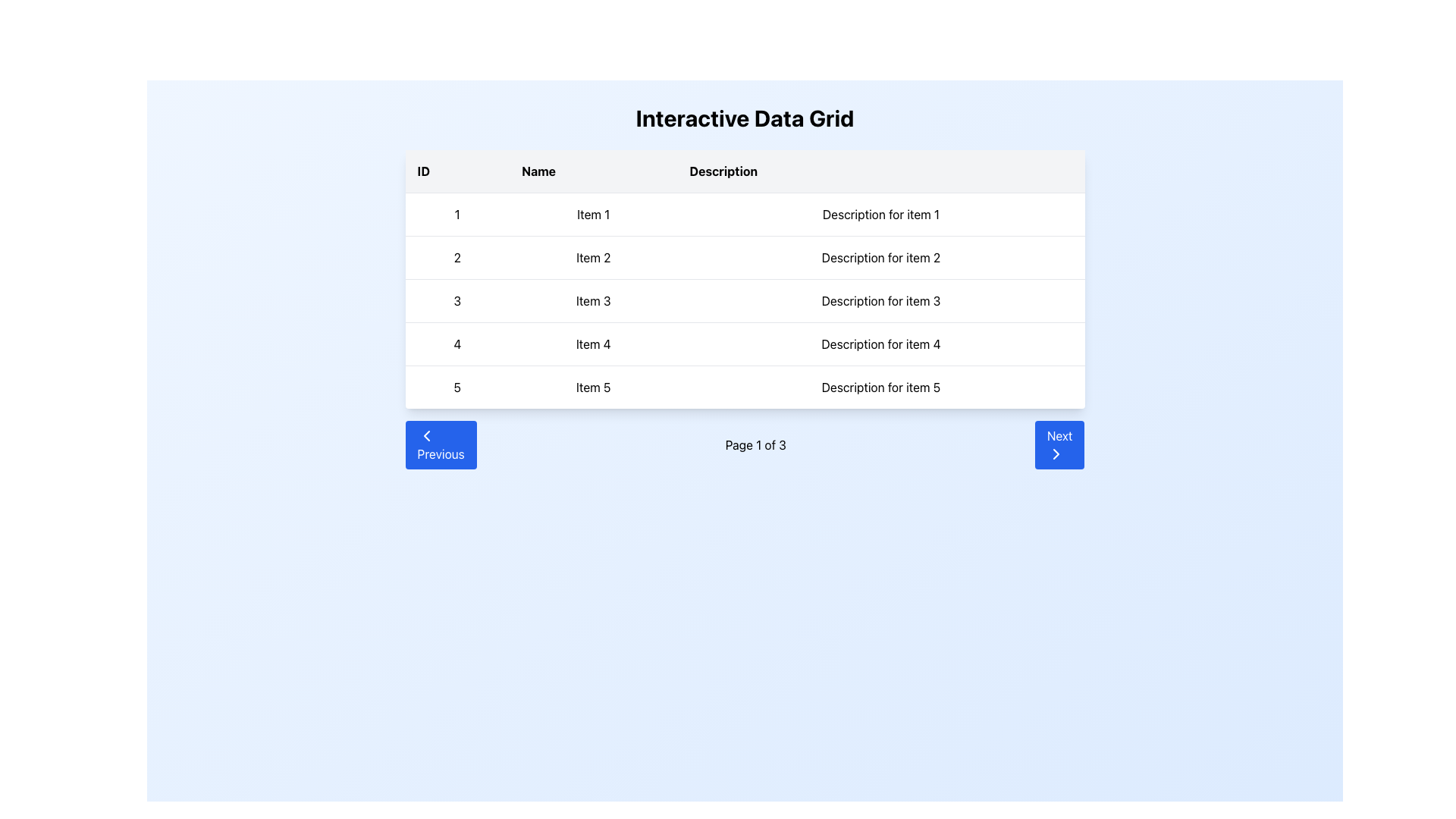 The width and height of the screenshot is (1456, 819). I want to click on the static text field displaying 'Description for item 1' located in the first row under the 'Description' column of the grid, so click(880, 214).